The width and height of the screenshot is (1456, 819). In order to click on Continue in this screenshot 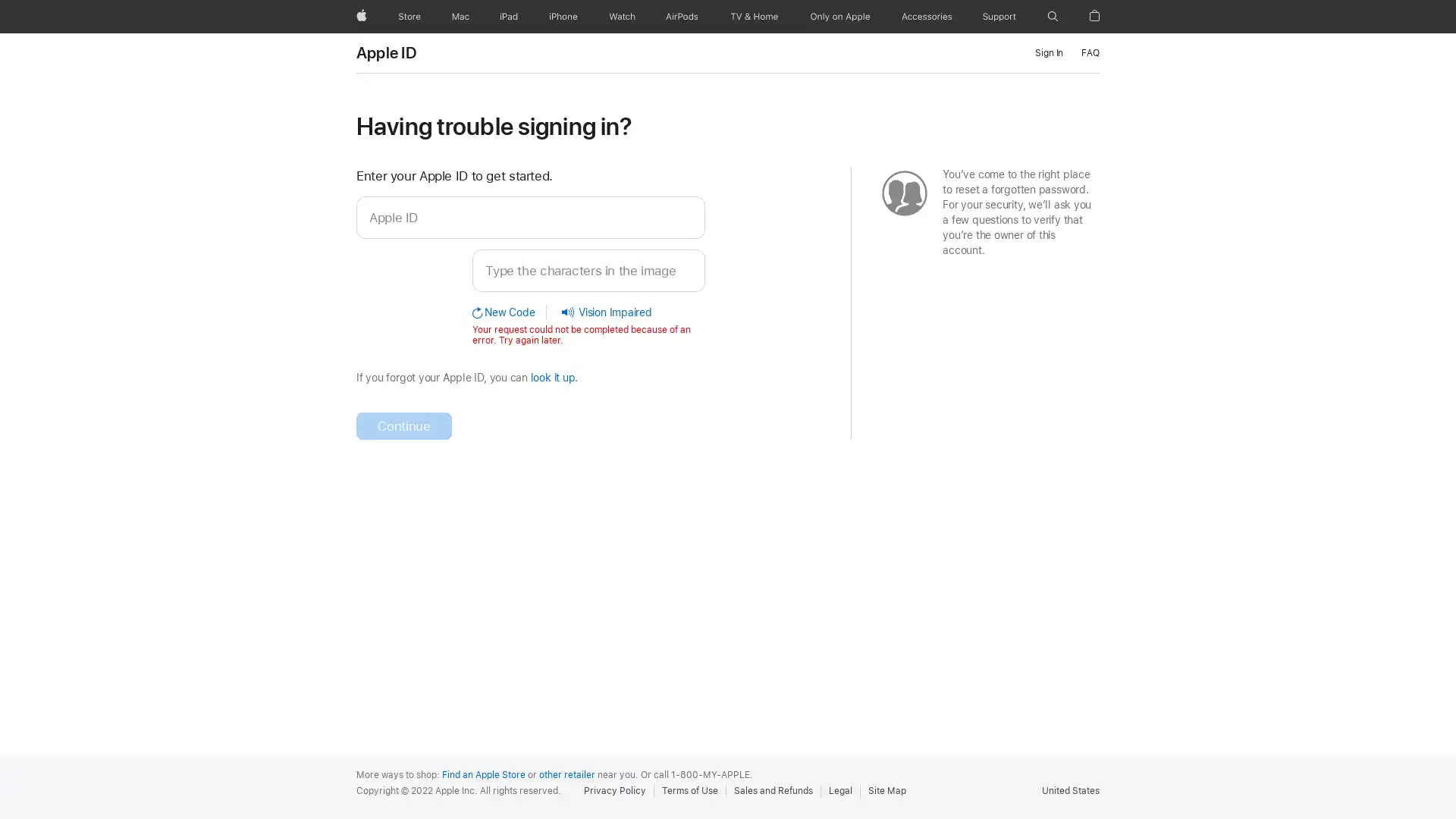, I will do `click(403, 425)`.